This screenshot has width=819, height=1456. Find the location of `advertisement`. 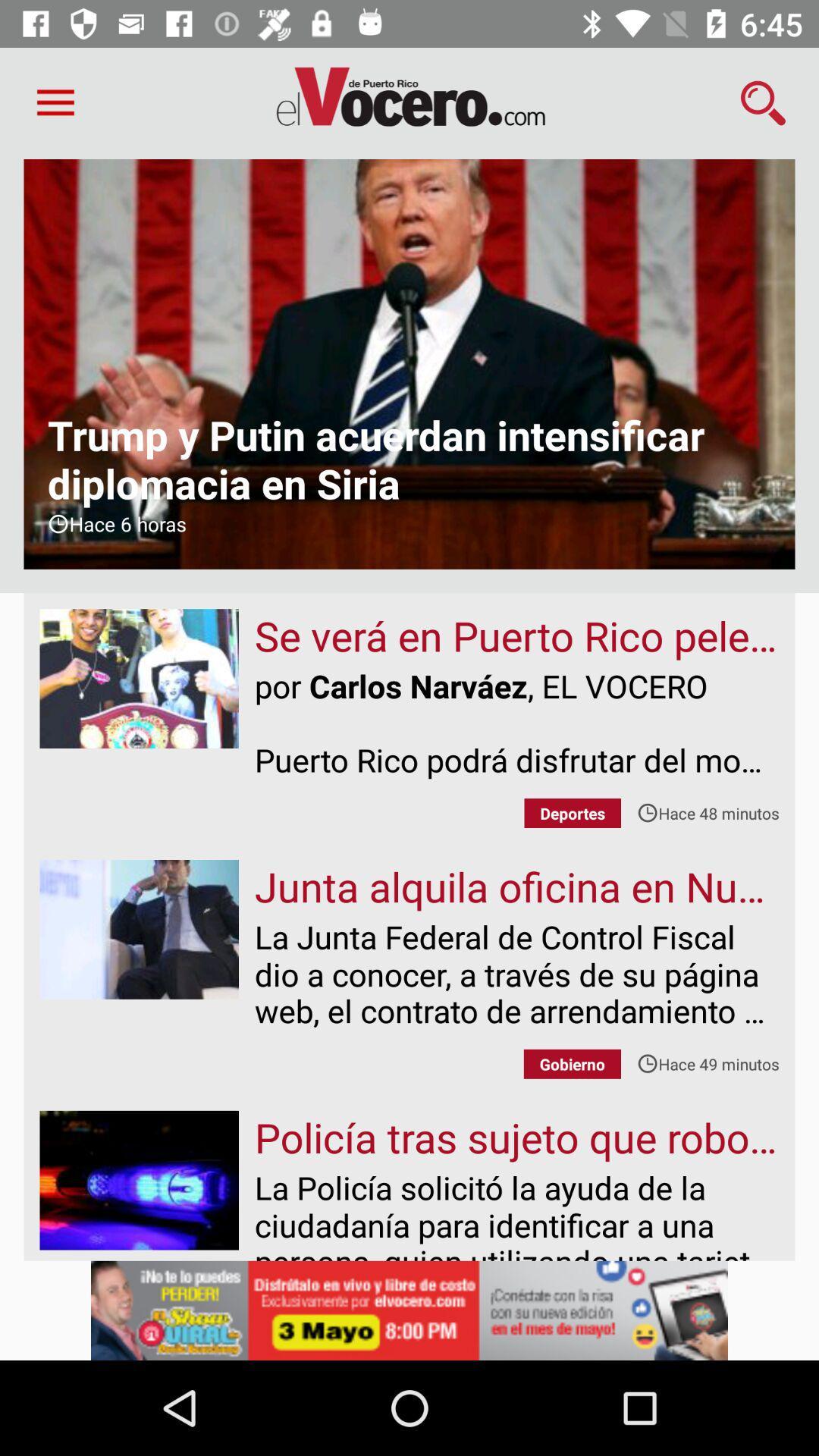

advertisement is located at coordinates (409, 1310).